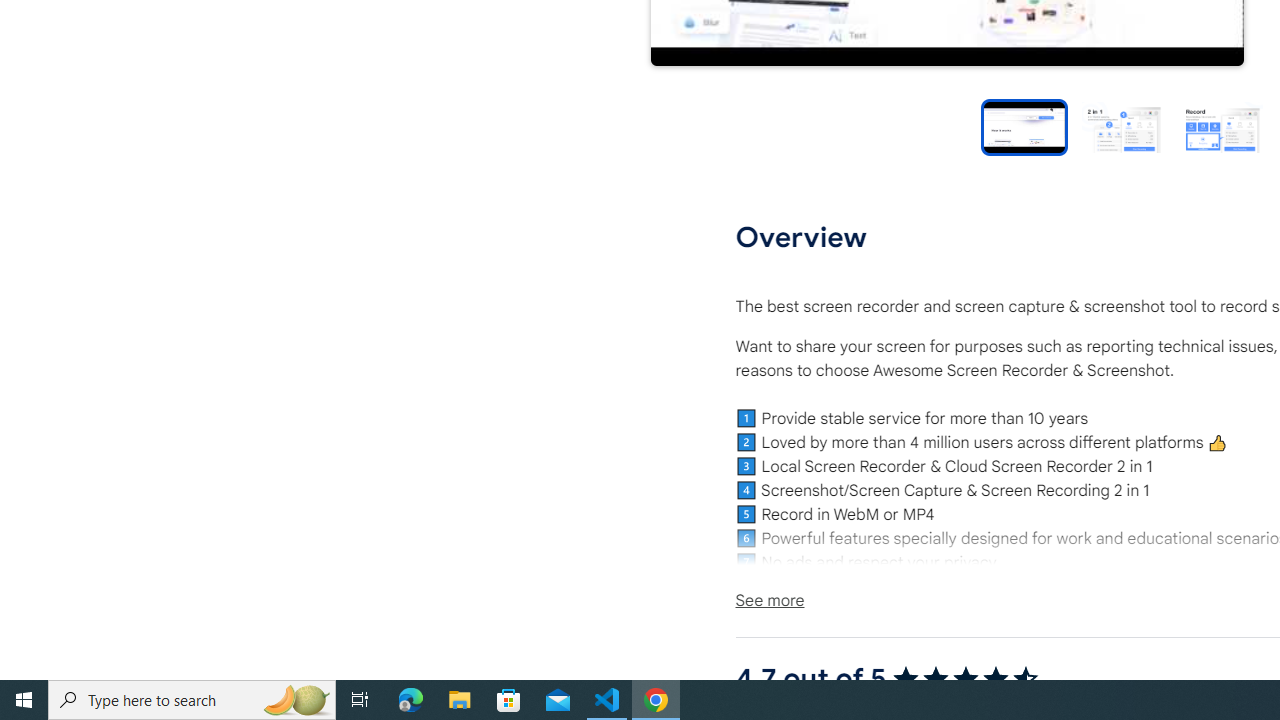 This screenshot has height=720, width=1280. I want to click on 'Preview slide 1', so click(1024, 126).